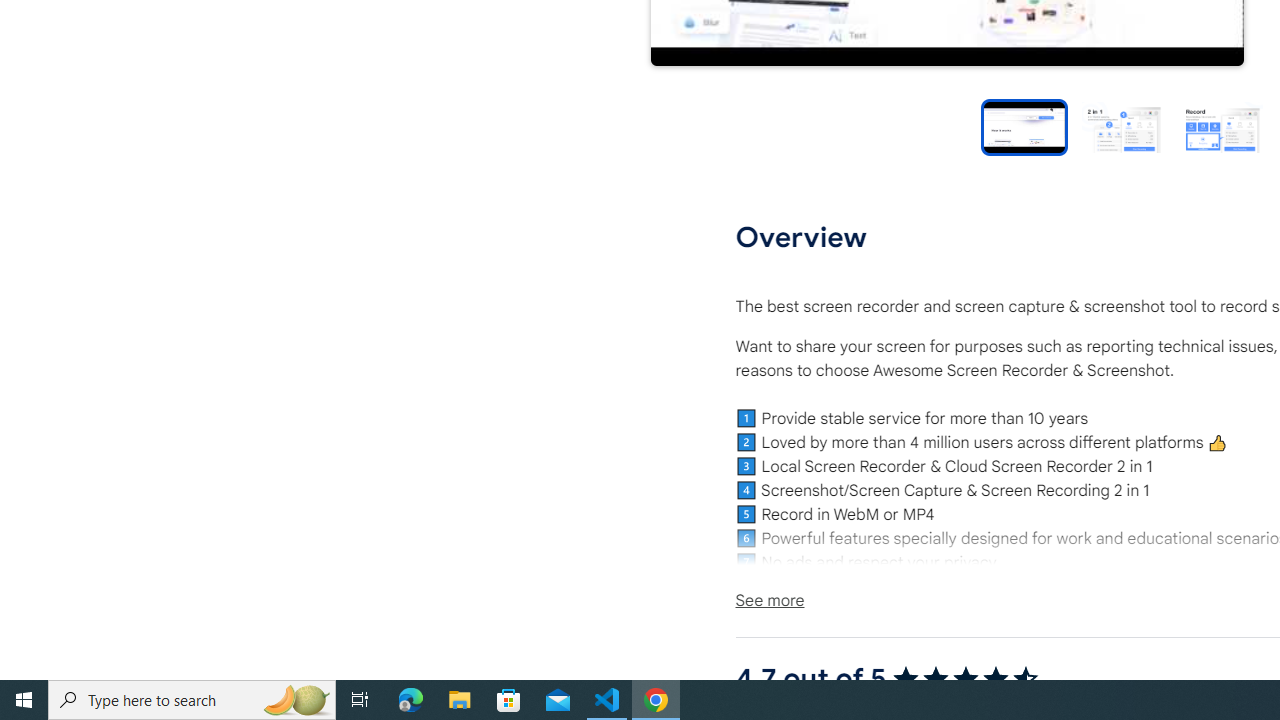 This screenshot has height=720, width=1280. I want to click on 'Preview slide 1', so click(1024, 126).